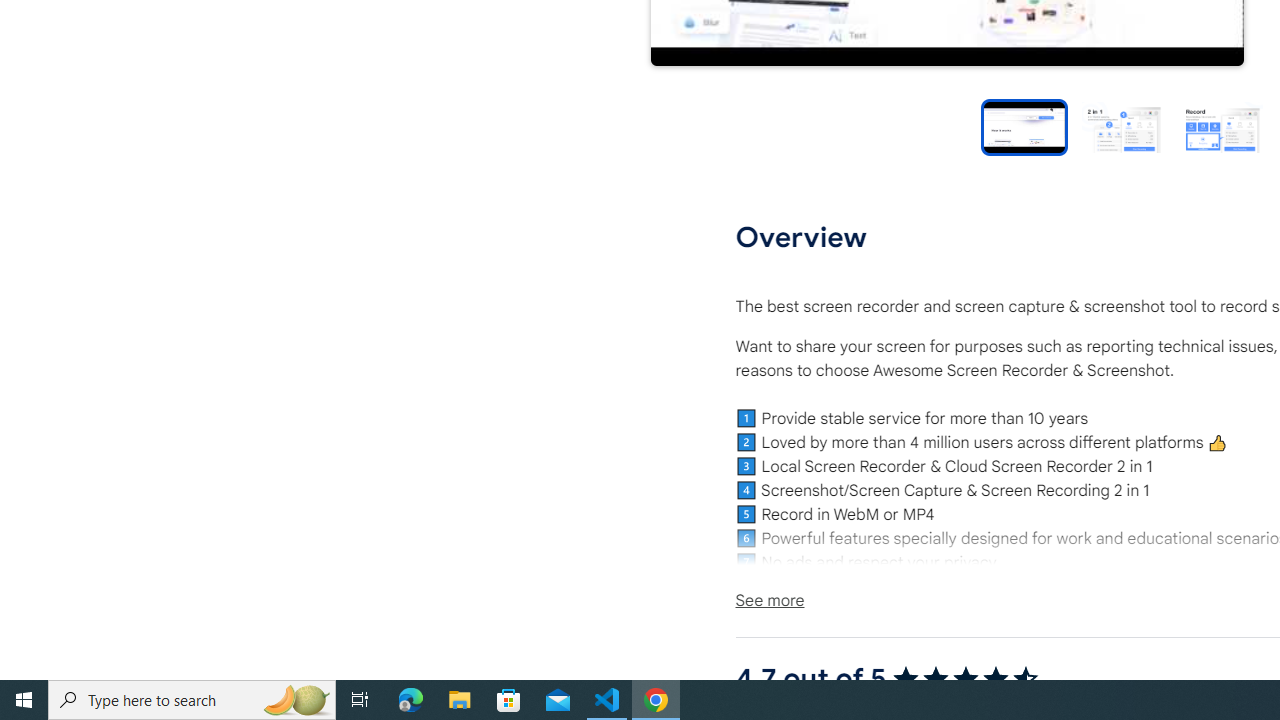 This screenshot has height=720, width=1280. I want to click on 'Preview slide 1', so click(1024, 126).